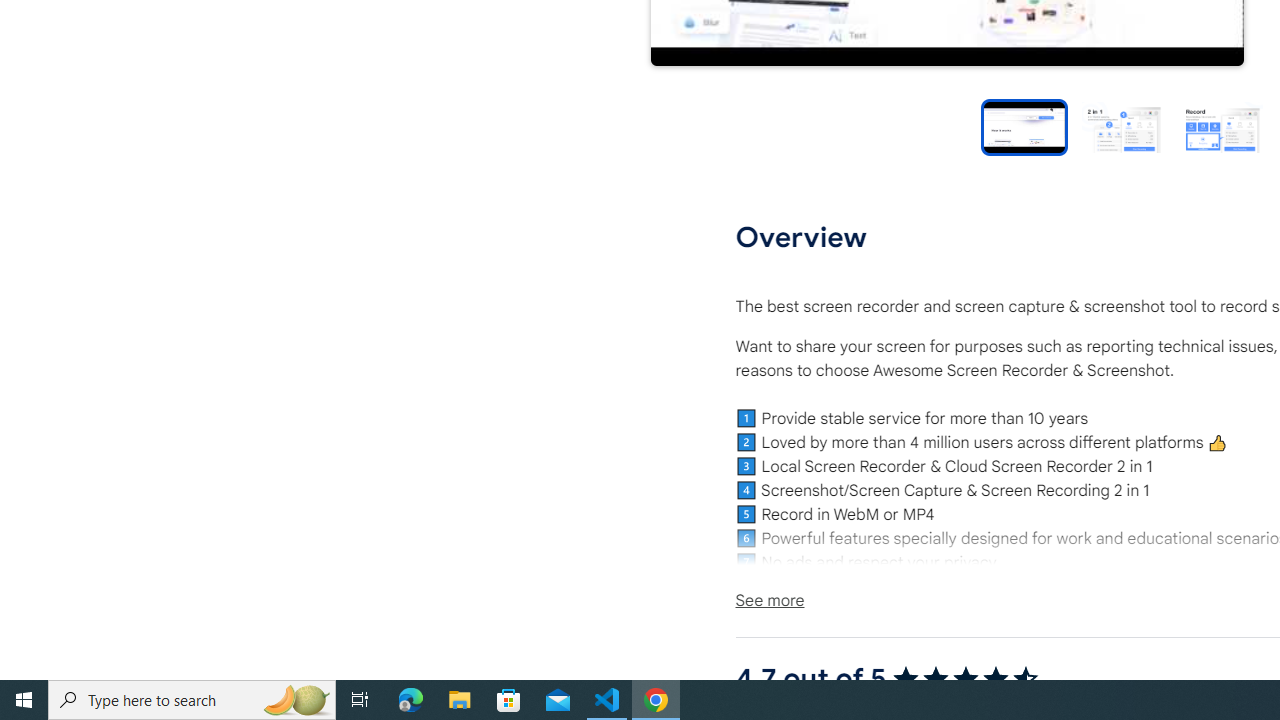 This screenshot has height=720, width=1280. I want to click on 'Preview slide 1', so click(1024, 126).